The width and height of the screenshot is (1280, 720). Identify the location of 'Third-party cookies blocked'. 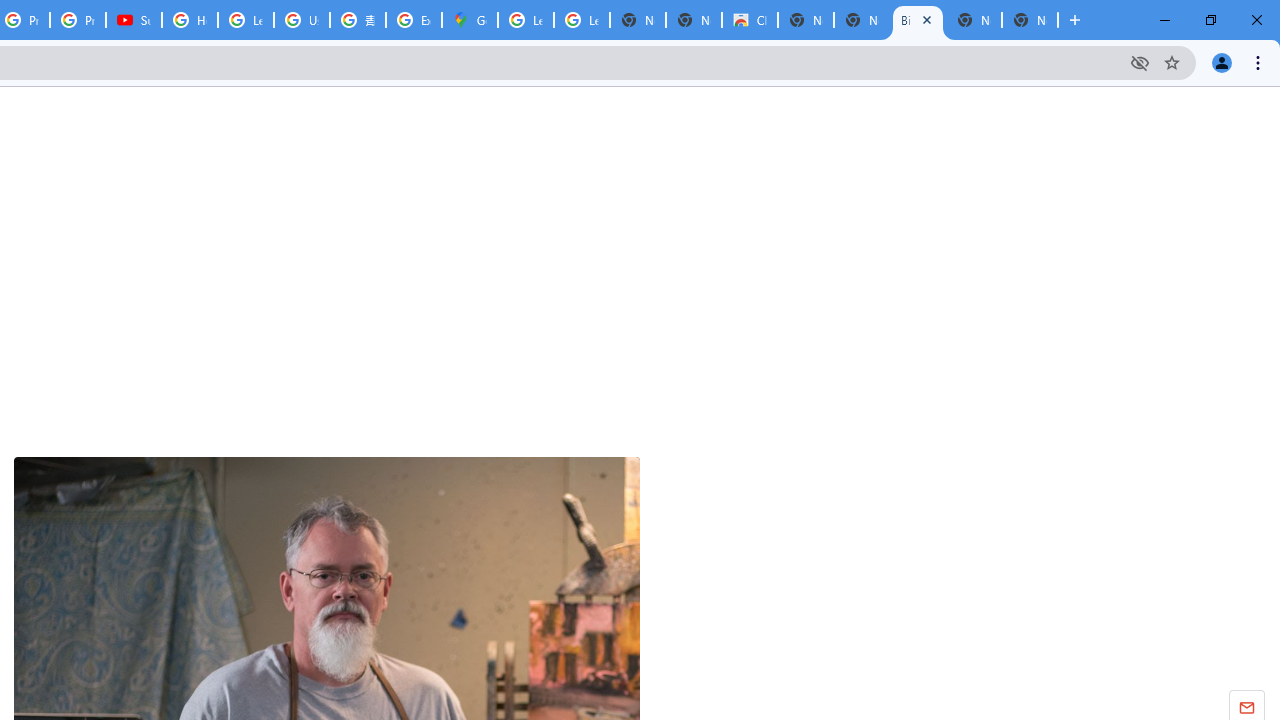
(1139, 61).